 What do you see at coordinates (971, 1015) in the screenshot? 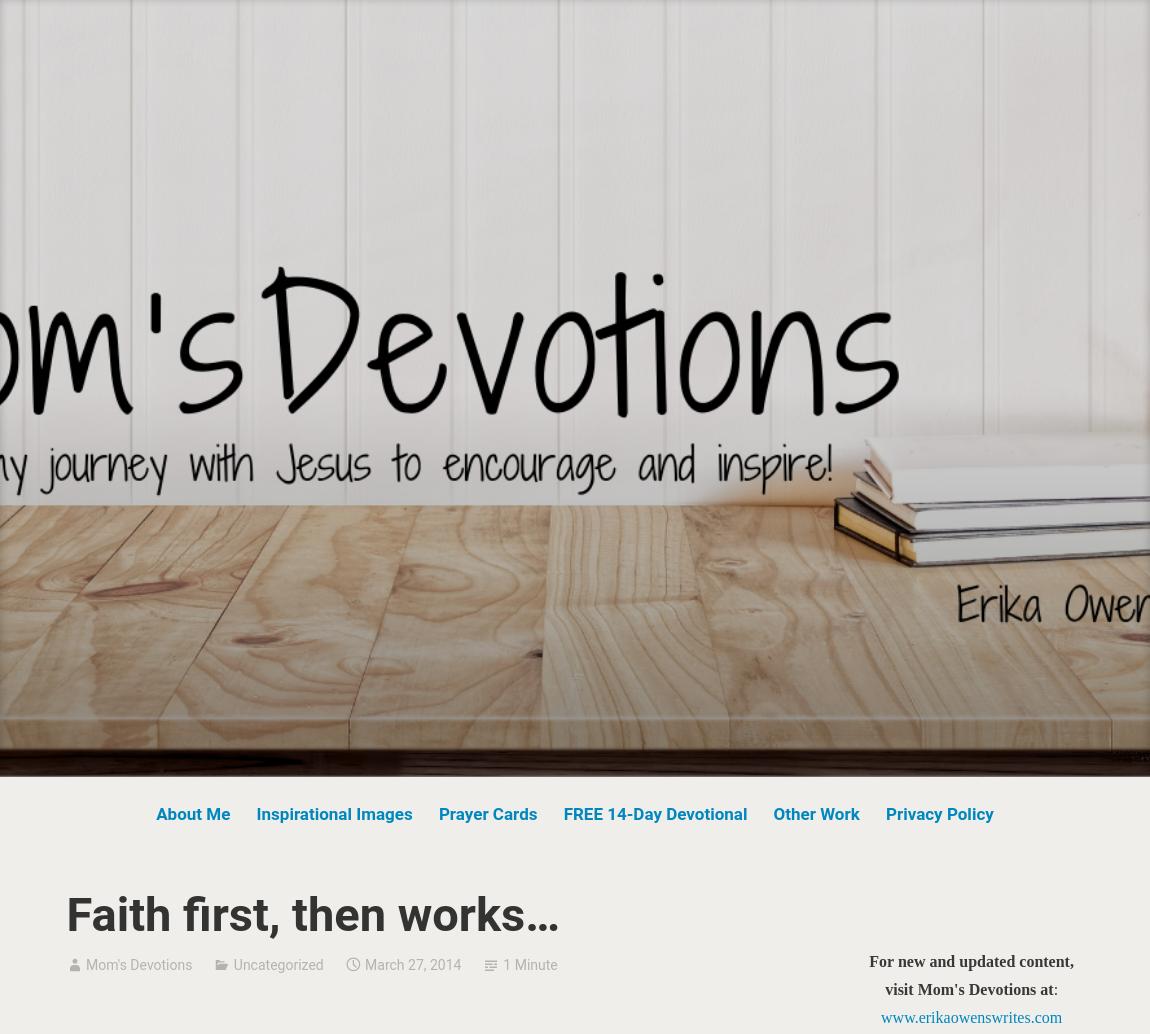
I see `'www.erikaowenswrites.com'` at bounding box center [971, 1015].